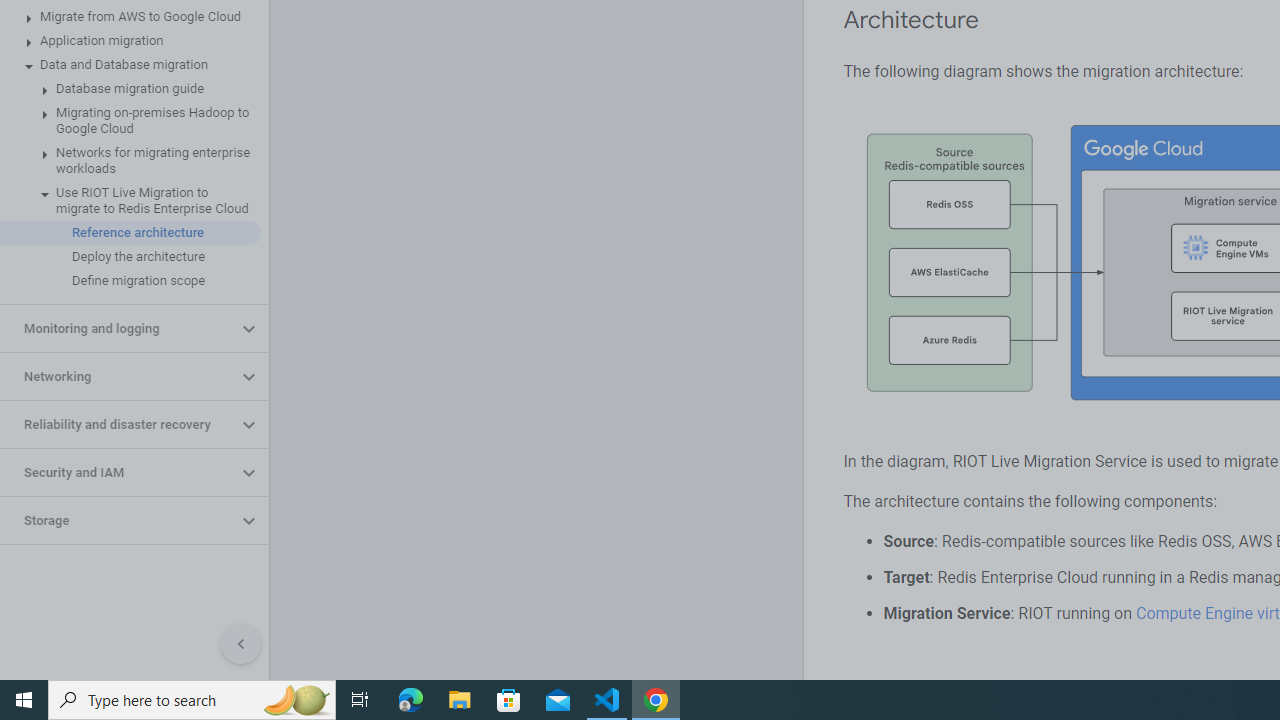 The height and width of the screenshot is (720, 1280). Describe the element at coordinates (129, 120) in the screenshot. I see `'Migrating on-premises Hadoop to Google Cloud'` at that location.